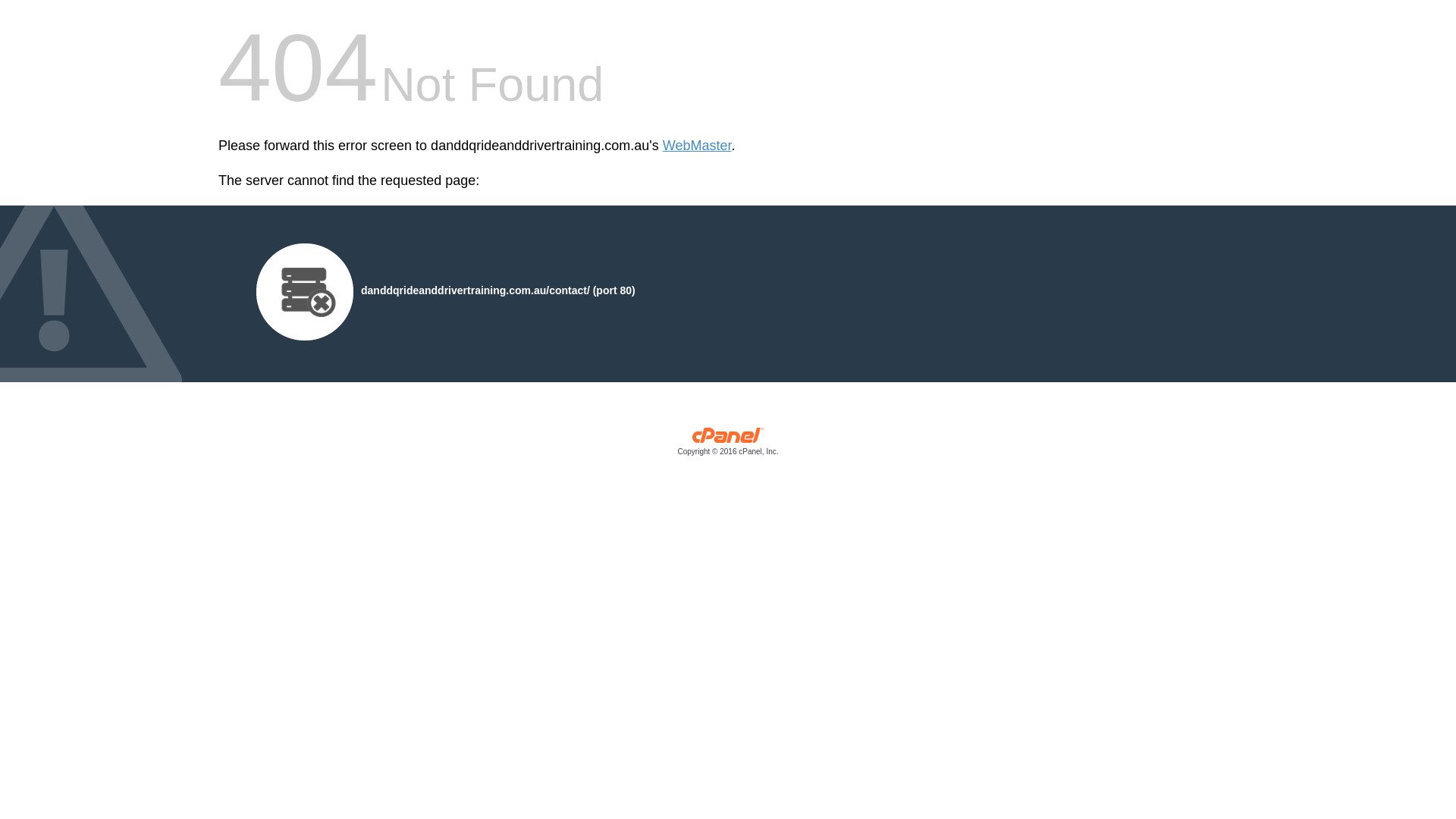 The width and height of the screenshot is (1456, 819). I want to click on 'WebMaster', so click(696, 146).